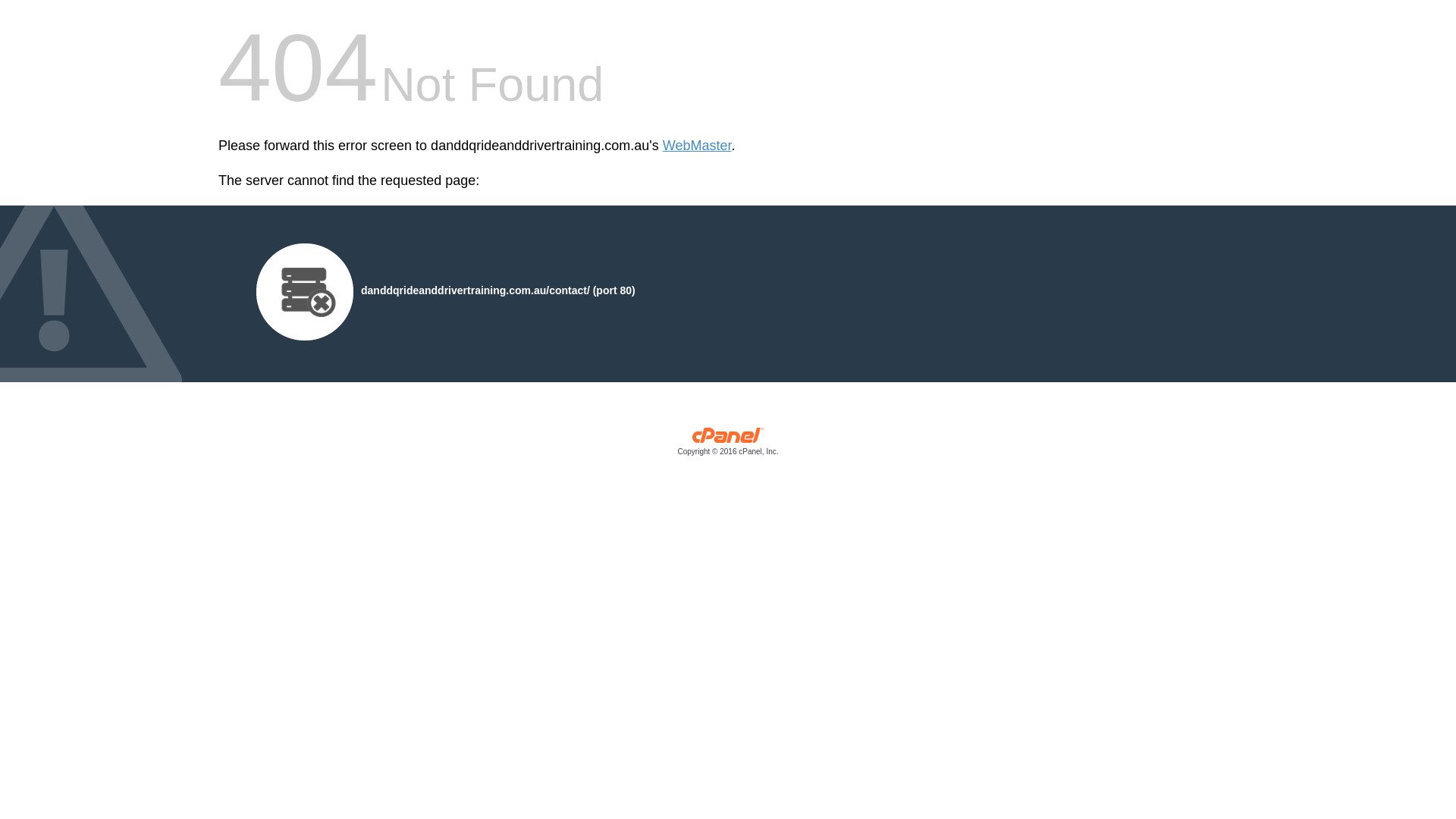 The width and height of the screenshot is (1456, 819). I want to click on 'WebMaster', so click(696, 146).